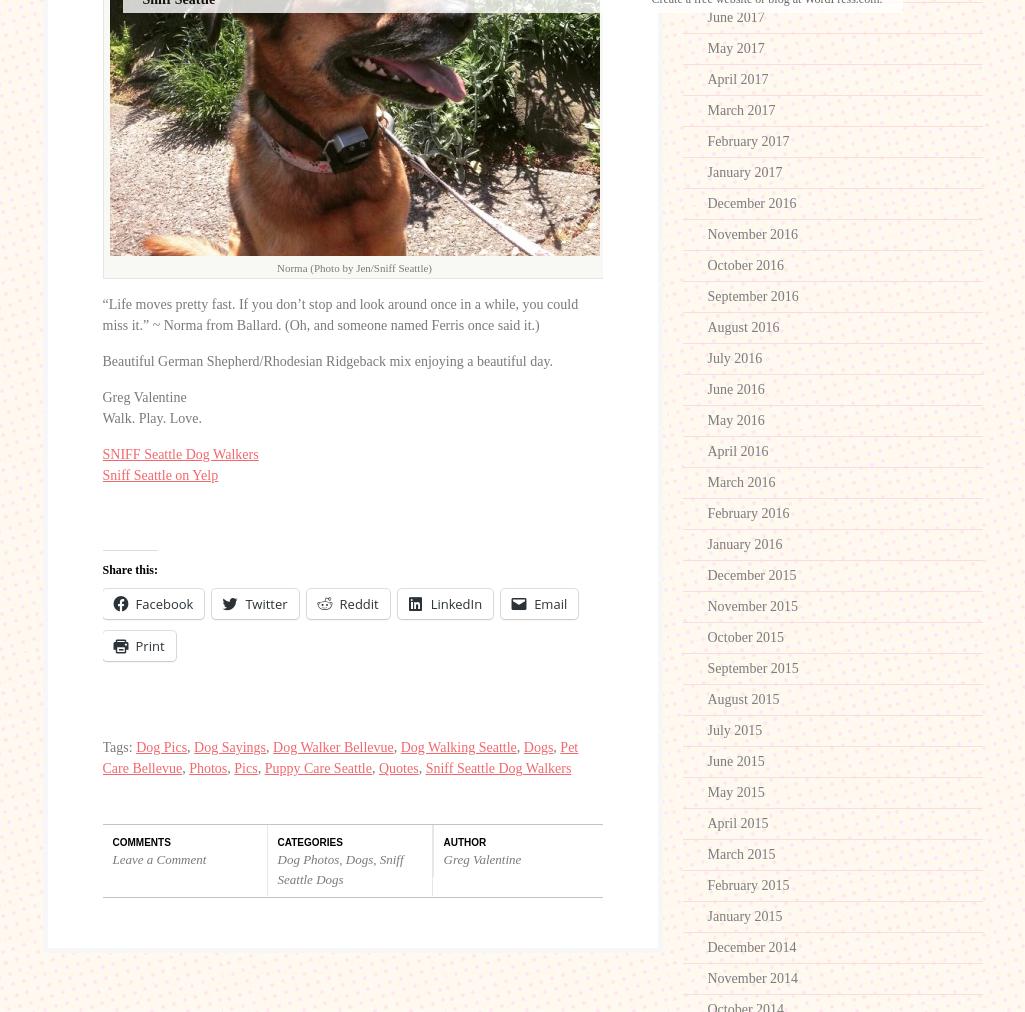  What do you see at coordinates (326, 359) in the screenshot?
I see `'Beautiful German Shepherd/Rhodesian Ridgeback mix enjoying a beautiful day.'` at bounding box center [326, 359].